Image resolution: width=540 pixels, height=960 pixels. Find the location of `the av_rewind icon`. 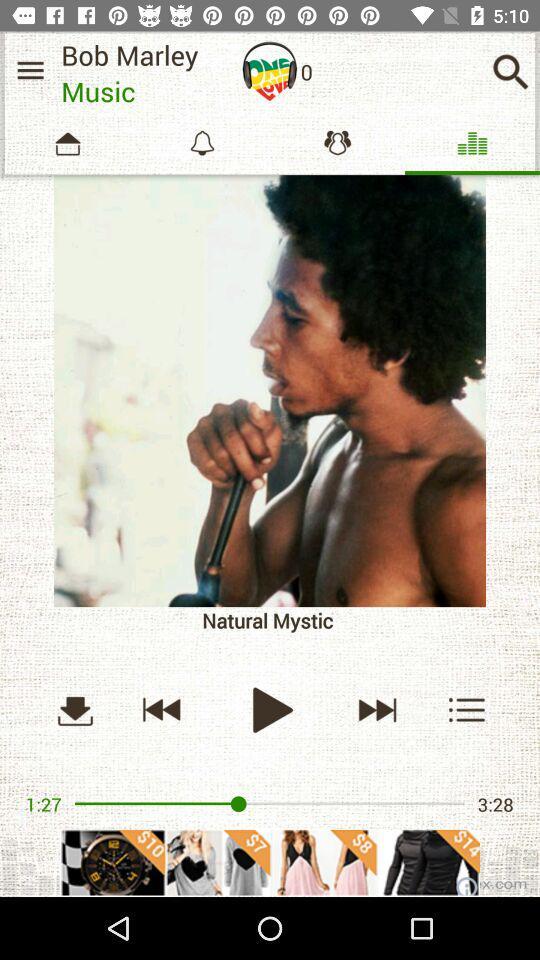

the av_rewind icon is located at coordinates (161, 709).